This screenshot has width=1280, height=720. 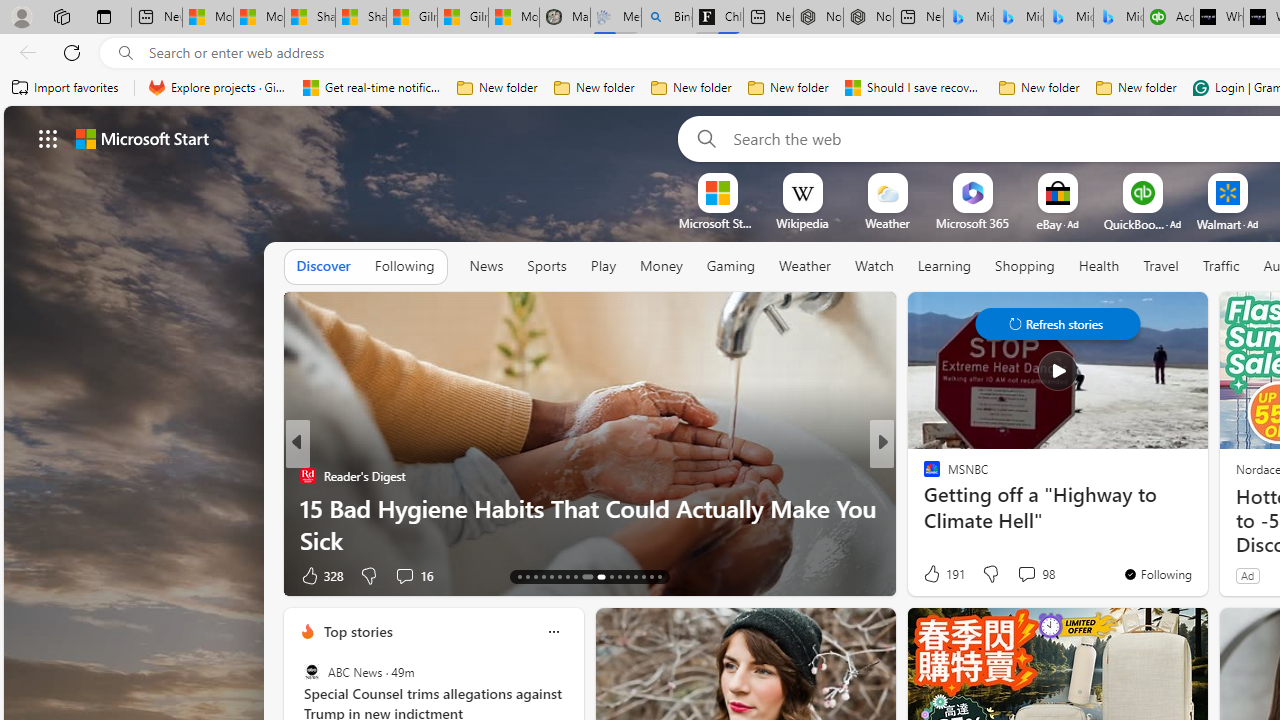 What do you see at coordinates (543, 577) in the screenshot?
I see `'AutomationID: tab-16'` at bounding box center [543, 577].